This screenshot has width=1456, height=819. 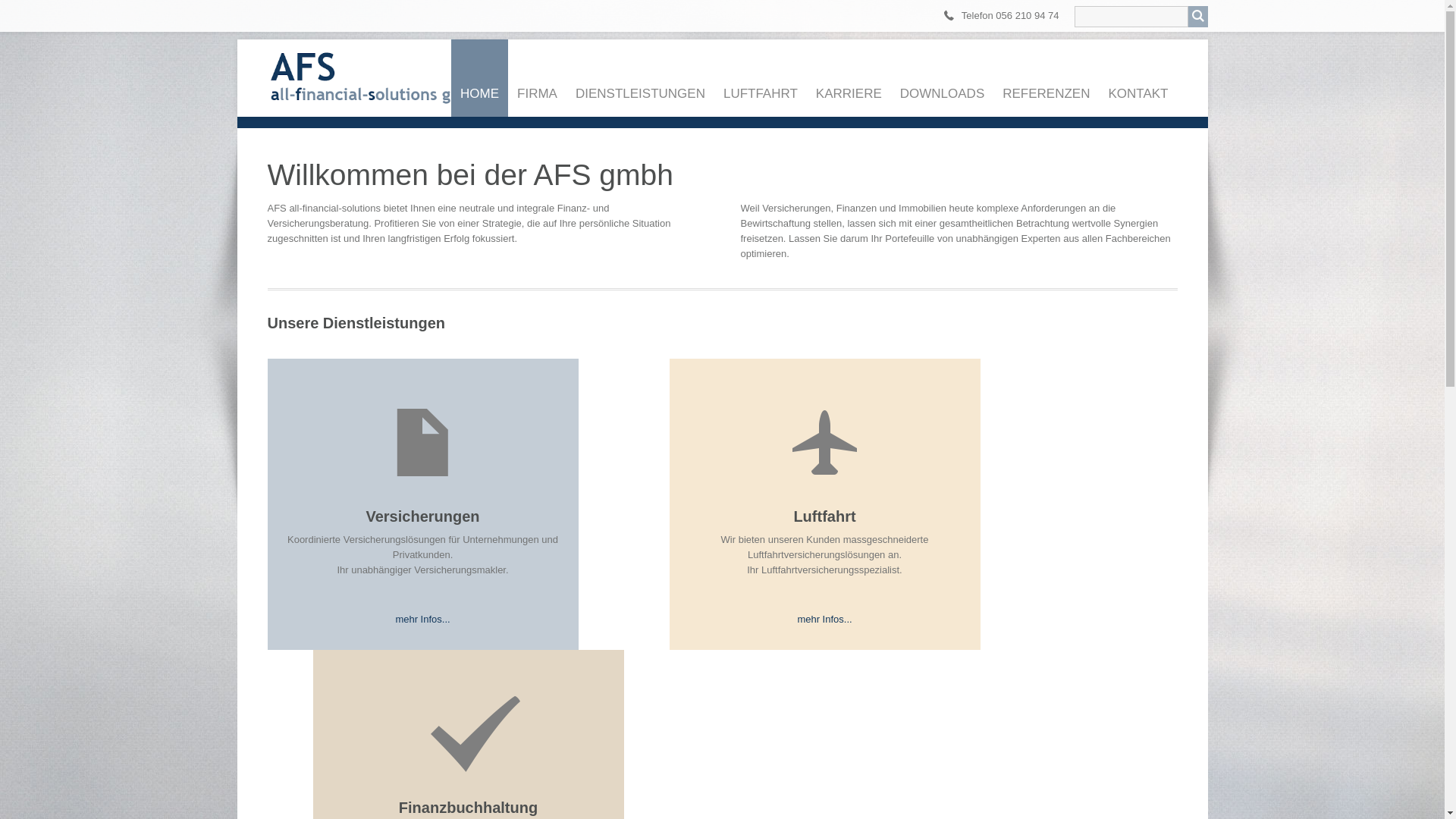 I want to click on 'KONTAKT', so click(x=1137, y=78).